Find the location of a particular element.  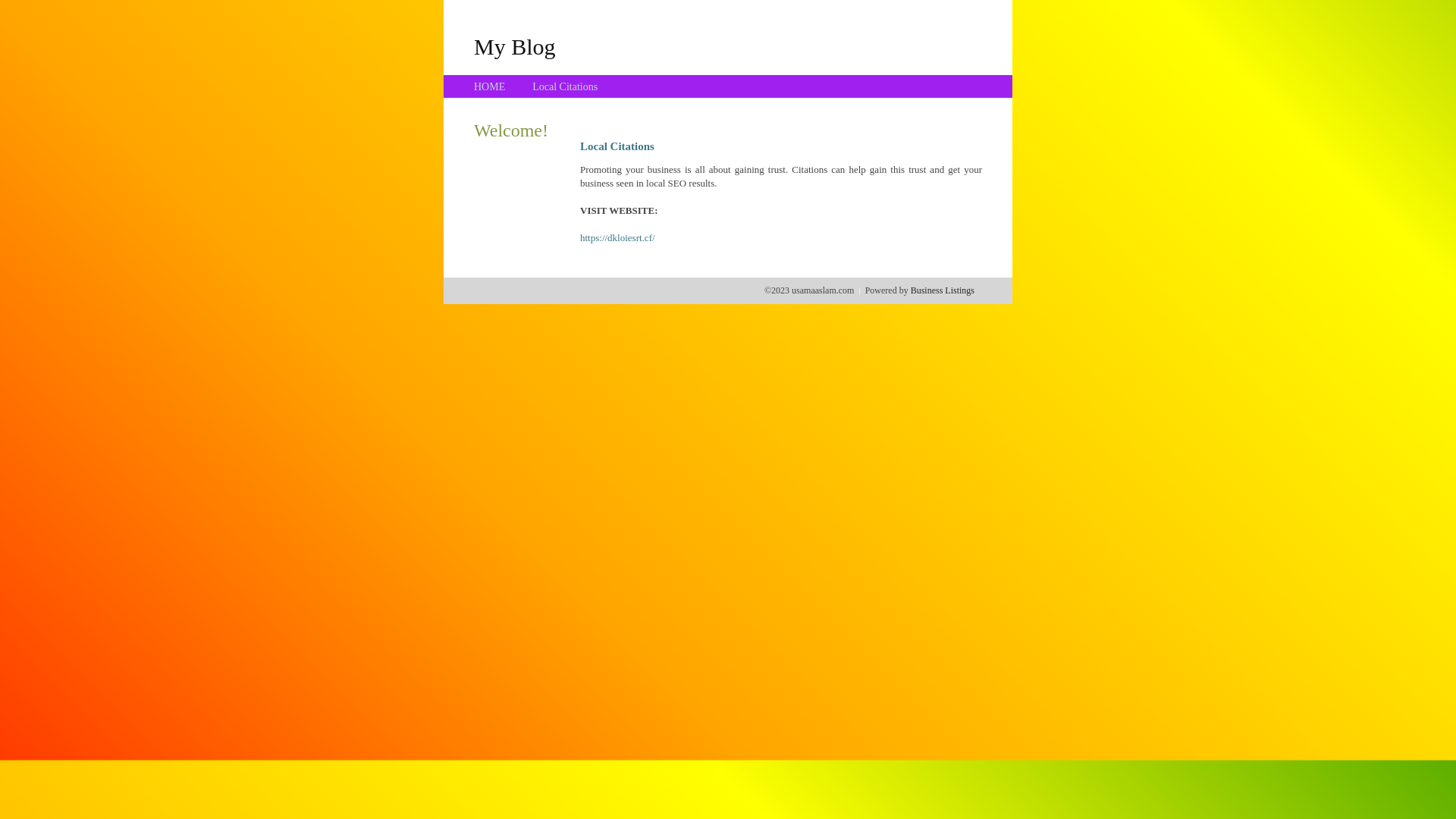

'HOME' is located at coordinates (489, 86).